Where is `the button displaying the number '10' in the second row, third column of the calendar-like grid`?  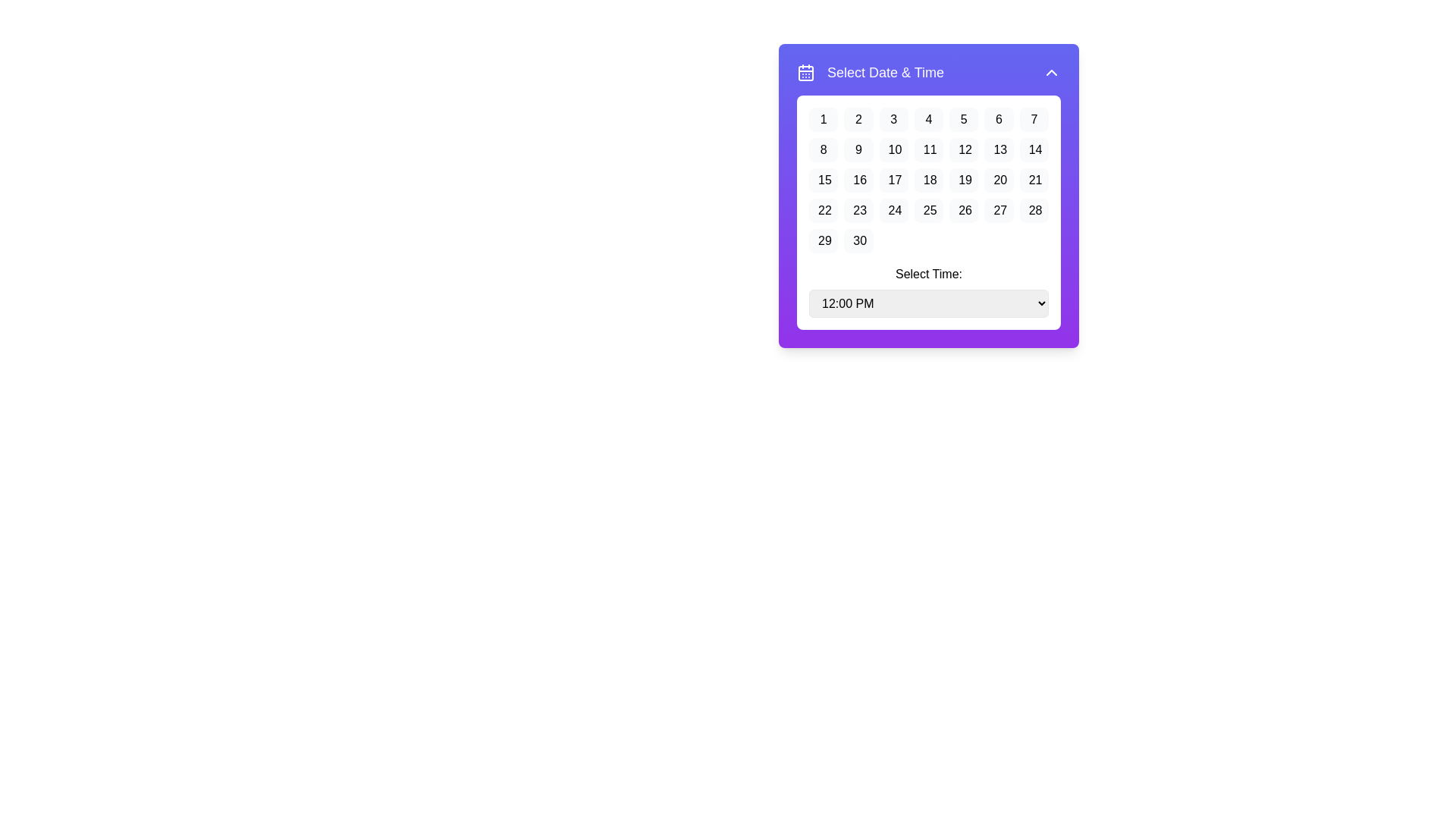
the button displaying the number '10' in the second row, third column of the calendar-like grid is located at coordinates (893, 149).